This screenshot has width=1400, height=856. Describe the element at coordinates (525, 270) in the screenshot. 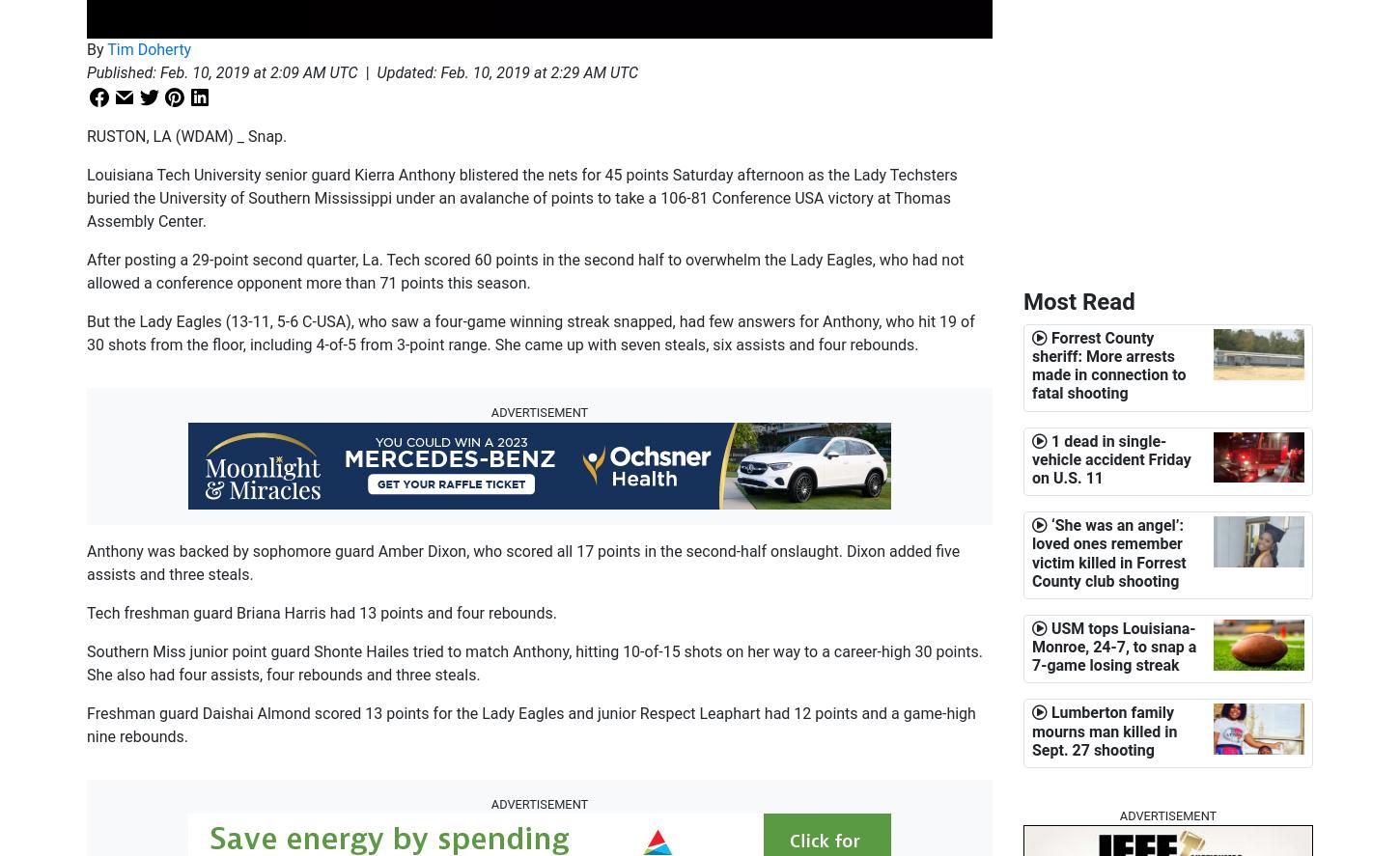

I see `'After posting a 29-point second quarter, La. Tech scored 60 points in the second half to overwhelm the Lady Eagles, who had not allowed a conference opponent more than 71 points this season.'` at that location.